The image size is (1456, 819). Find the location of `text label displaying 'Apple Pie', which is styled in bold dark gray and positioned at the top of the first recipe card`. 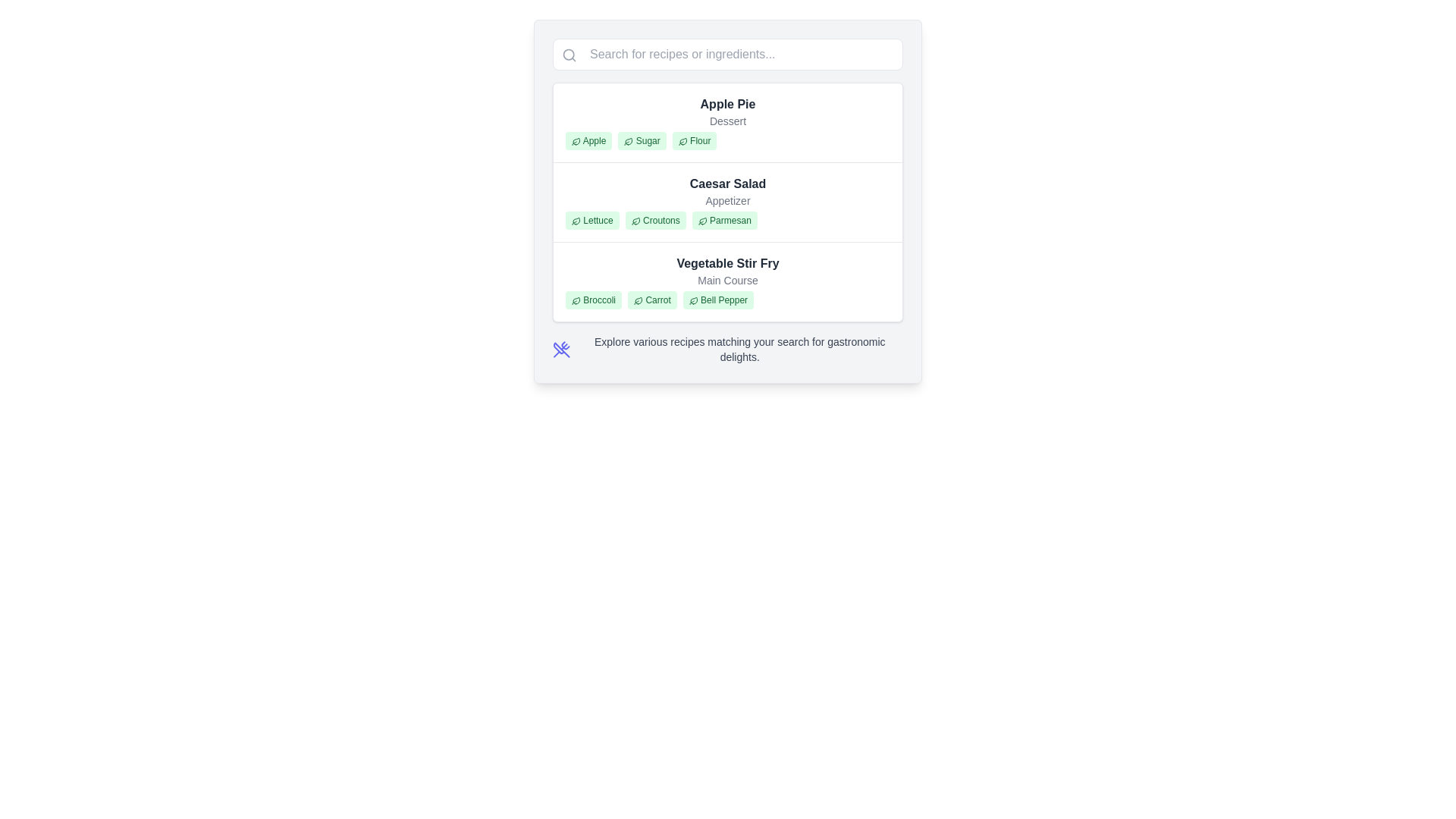

text label displaying 'Apple Pie', which is styled in bold dark gray and positioned at the top of the first recipe card is located at coordinates (728, 104).